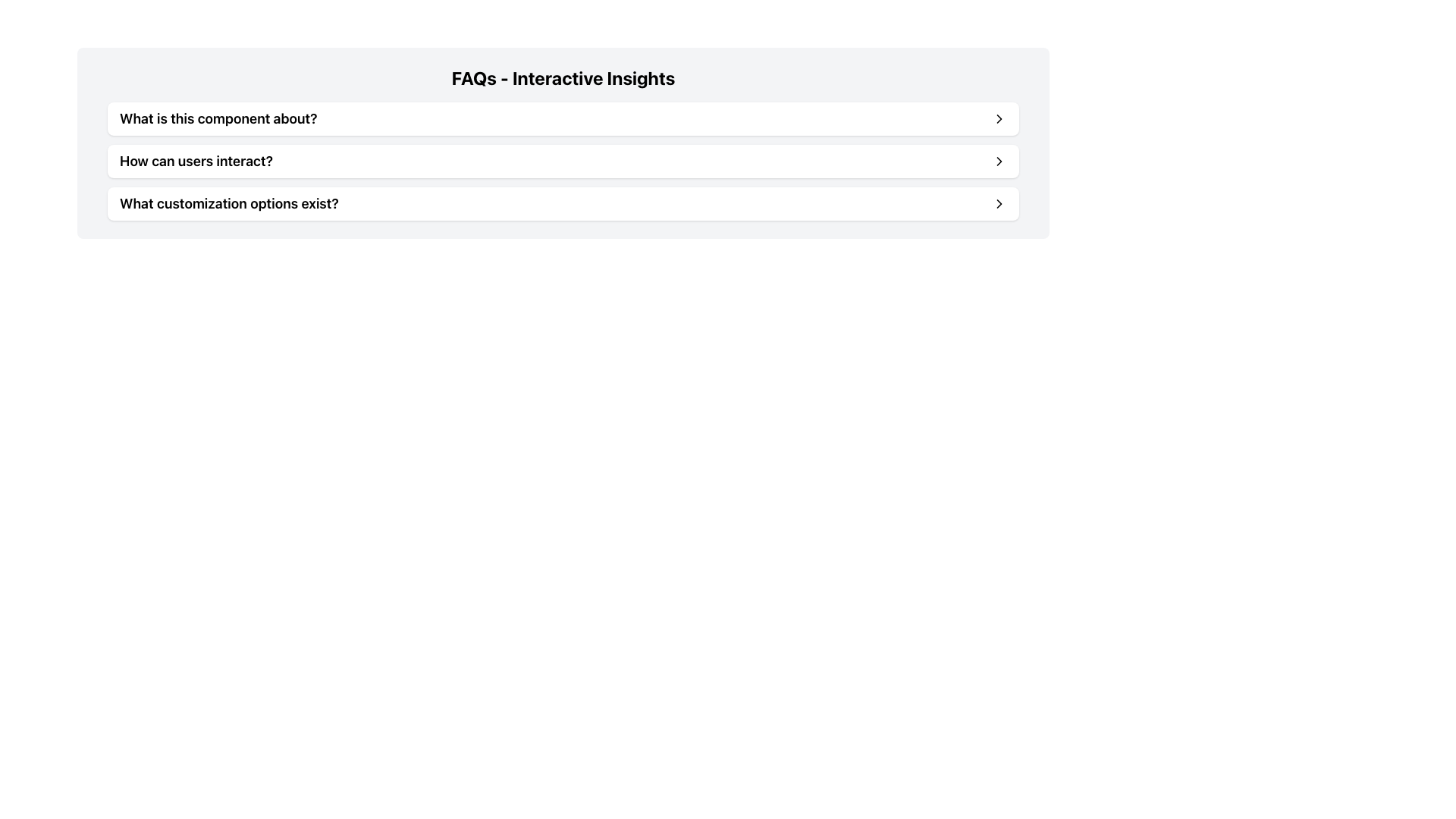  I want to click on the third FAQ option in the 'FAQs - Interactive Insights' section, so click(563, 203).